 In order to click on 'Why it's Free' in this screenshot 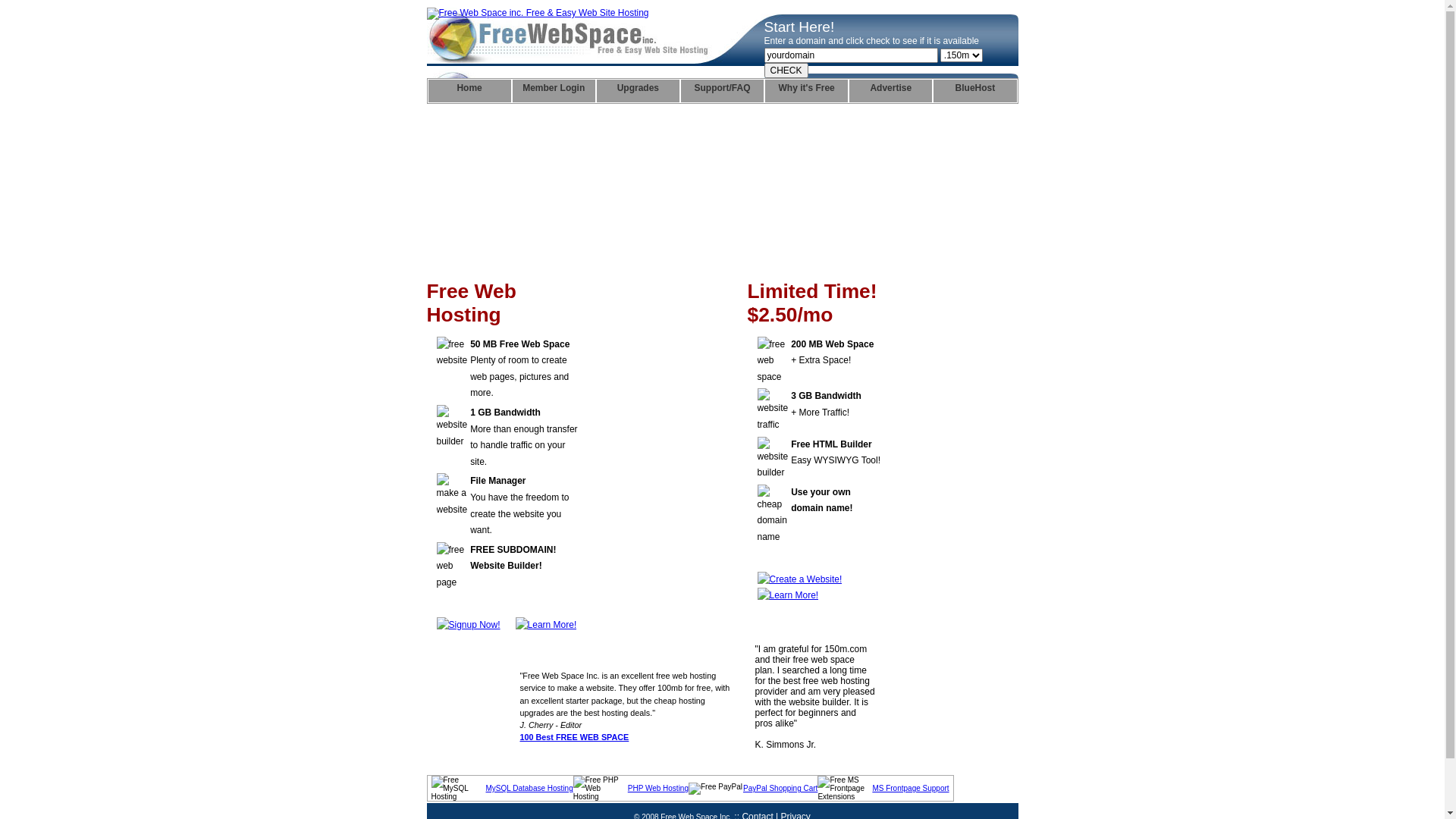, I will do `click(805, 90)`.